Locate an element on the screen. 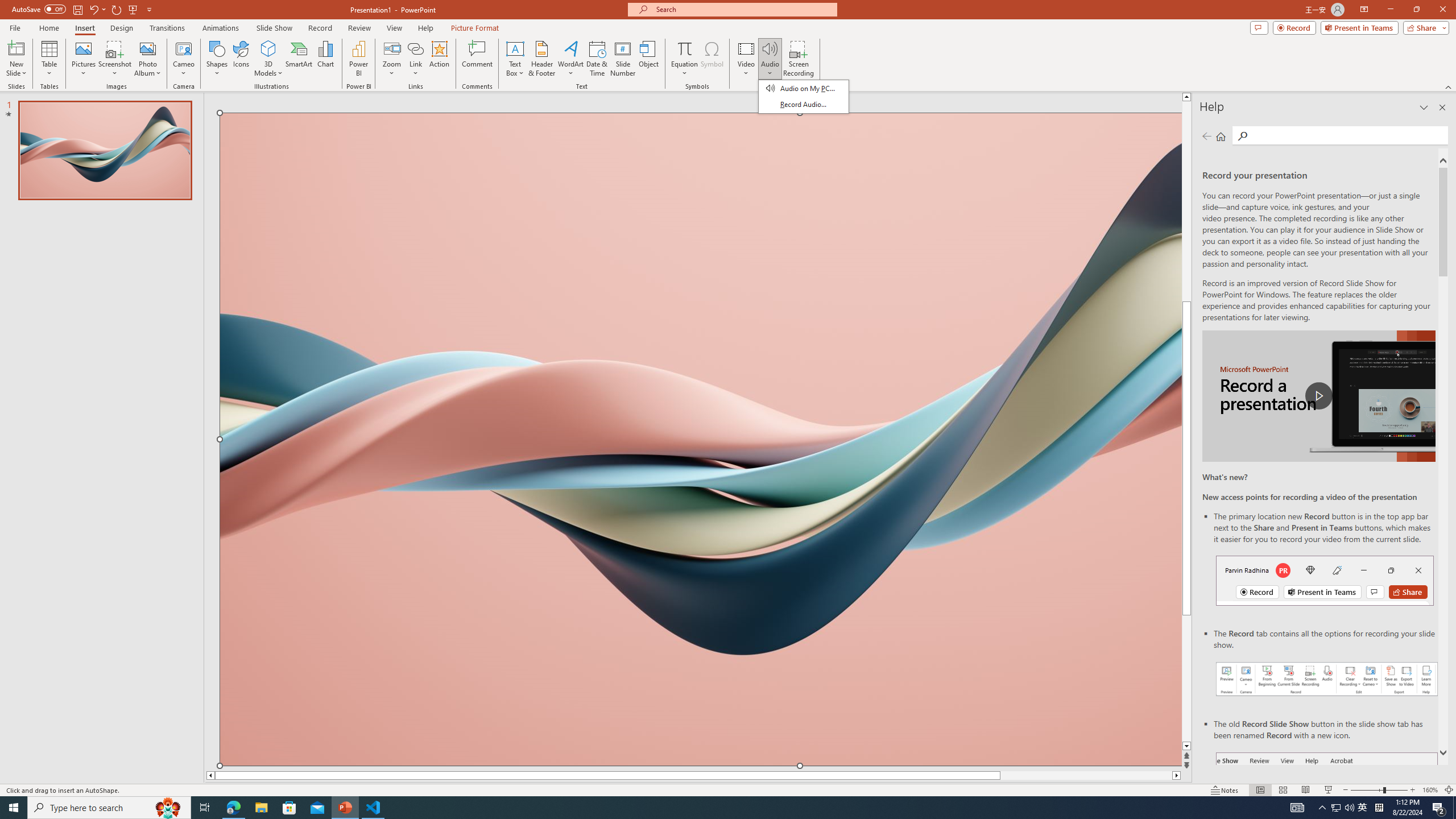 The image size is (1456, 819). 'Video' is located at coordinates (746, 59).